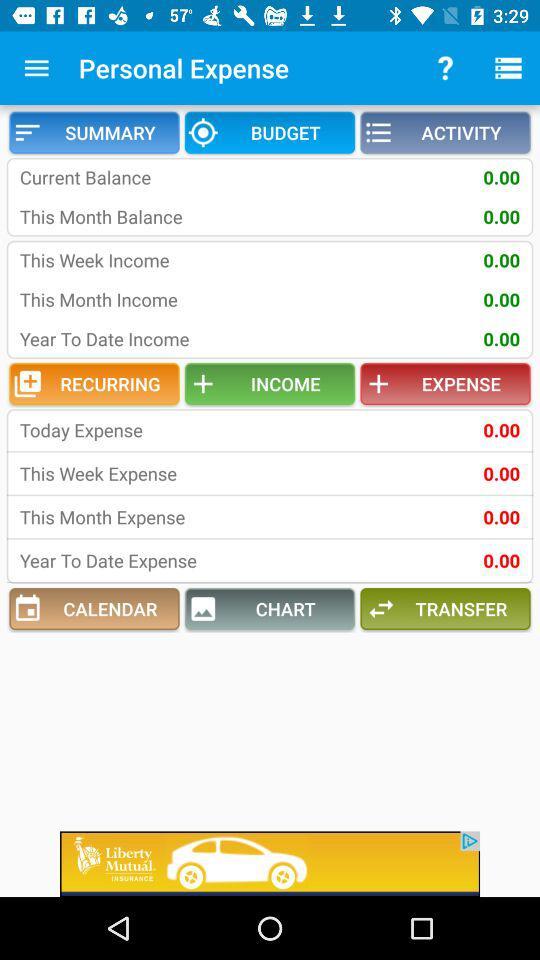 The image size is (540, 960). What do you see at coordinates (445, 608) in the screenshot?
I see `icon below the 0.00` at bounding box center [445, 608].